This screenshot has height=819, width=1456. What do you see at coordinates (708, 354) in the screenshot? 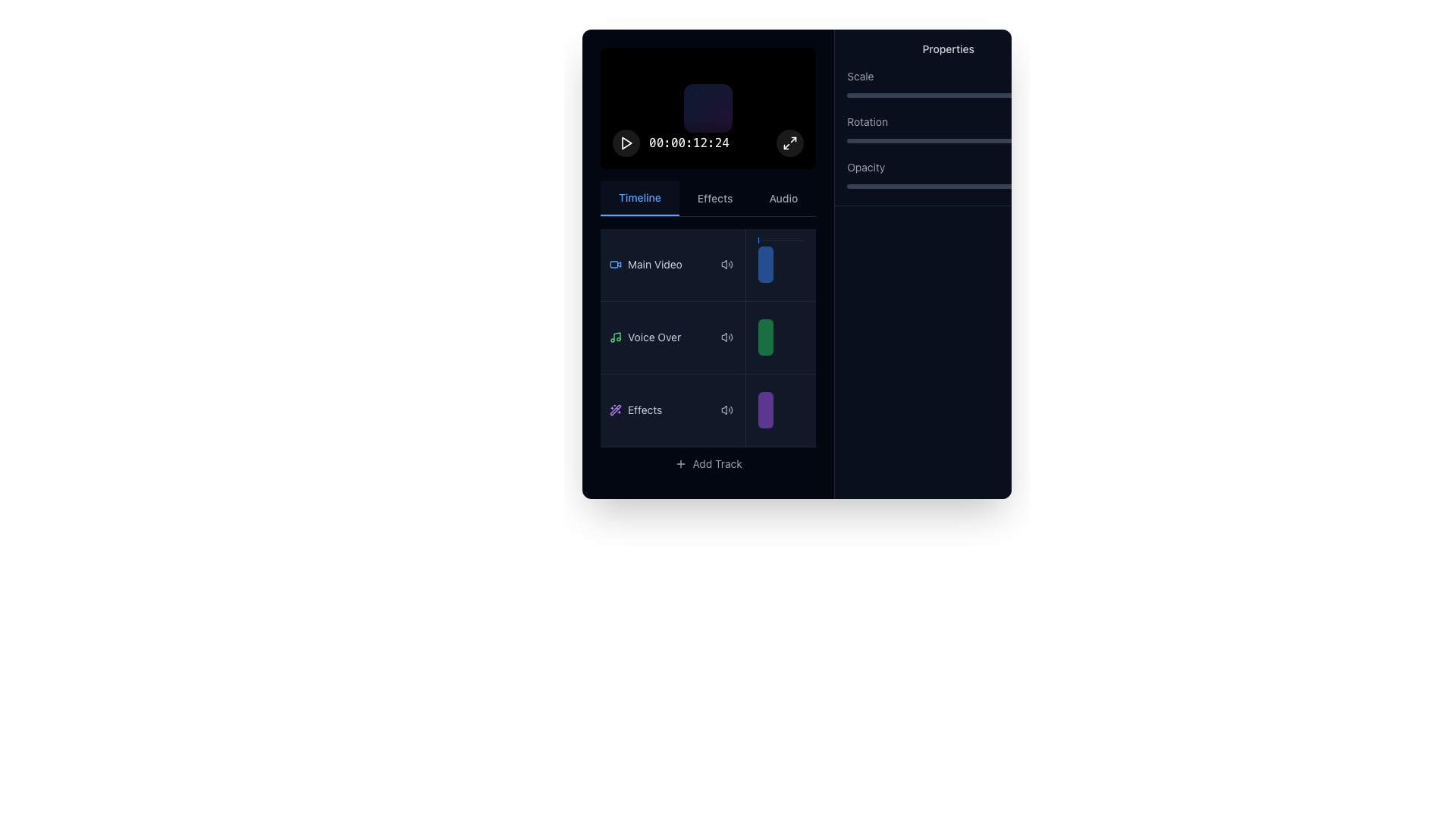
I see `the 'Voice Over' audio track list item, which is the second item in the vertical list located between 'Main Video' and 'Effects'` at bounding box center [708, 354].